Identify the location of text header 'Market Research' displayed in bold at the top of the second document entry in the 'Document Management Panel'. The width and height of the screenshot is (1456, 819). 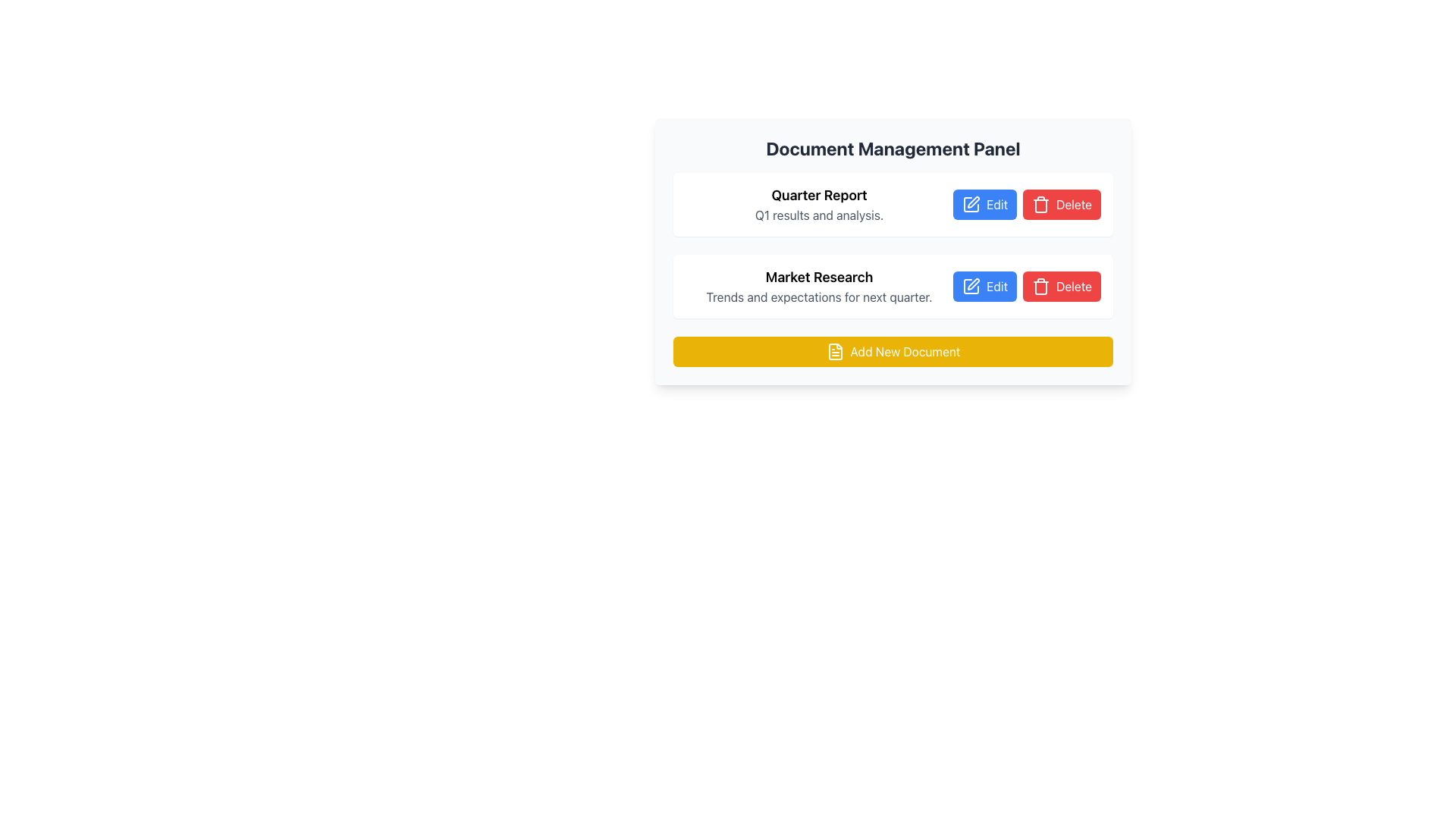
(818, 278).